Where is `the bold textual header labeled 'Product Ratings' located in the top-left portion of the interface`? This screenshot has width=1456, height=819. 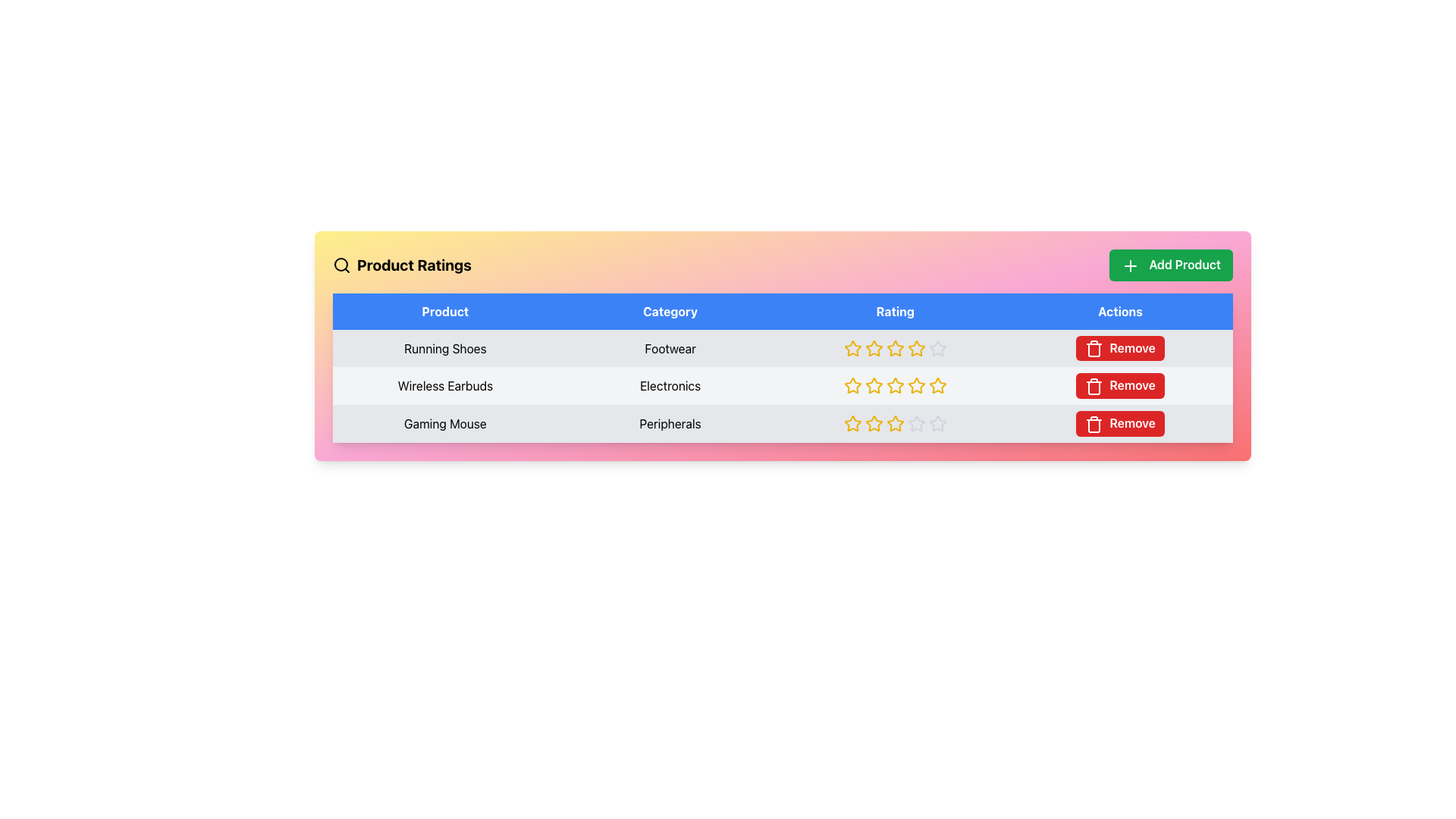
the bold textual header labeled 'Product Ratings' located in the top-left portion of the interface is located at coordinates (414, 264).